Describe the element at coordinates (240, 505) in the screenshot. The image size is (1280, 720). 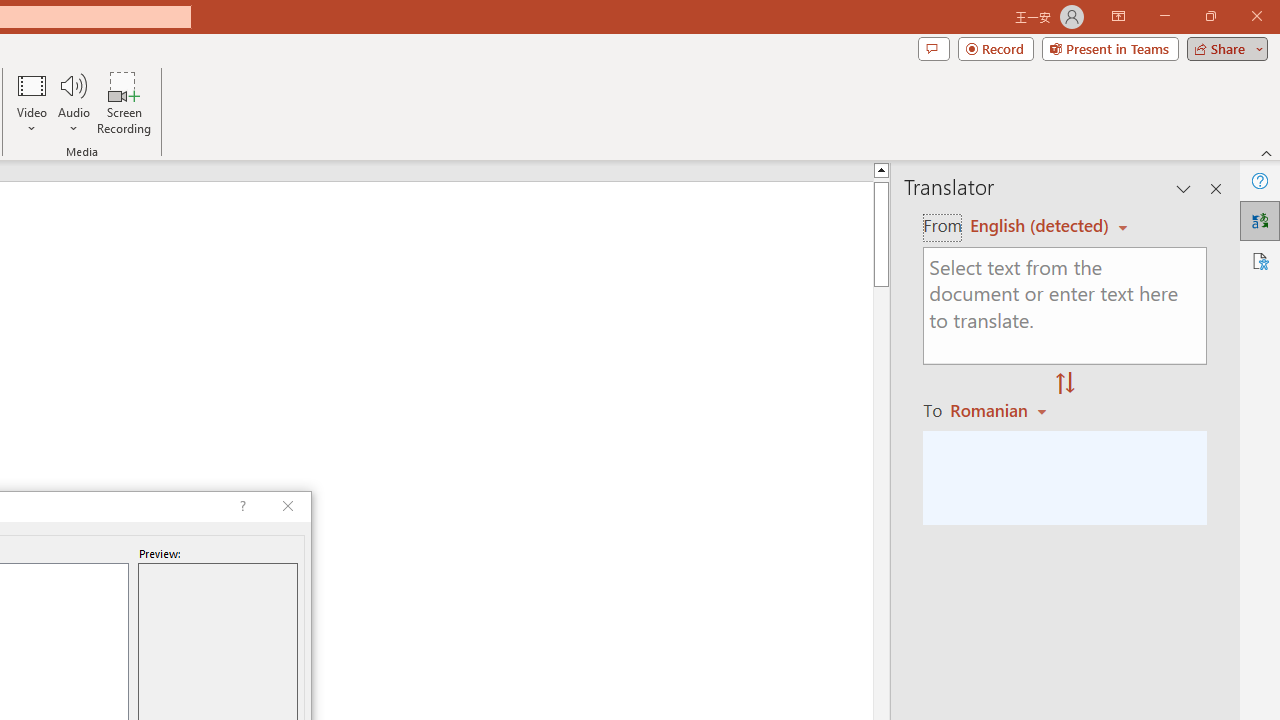
I see `'Context help'` at that location.